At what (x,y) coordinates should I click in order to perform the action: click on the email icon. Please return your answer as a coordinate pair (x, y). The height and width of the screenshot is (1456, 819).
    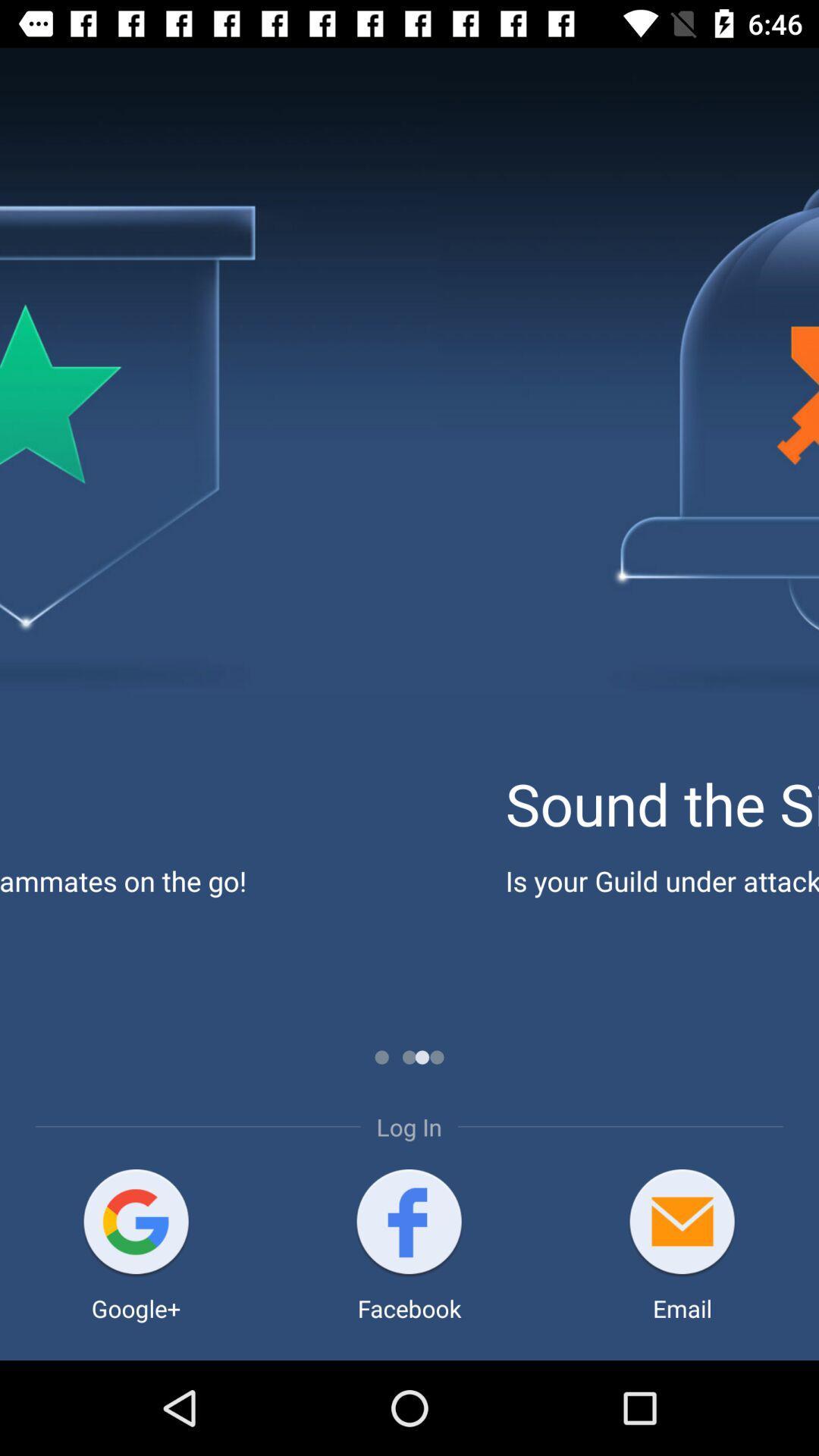
    Looking at the image, I should click on (681, 1223).